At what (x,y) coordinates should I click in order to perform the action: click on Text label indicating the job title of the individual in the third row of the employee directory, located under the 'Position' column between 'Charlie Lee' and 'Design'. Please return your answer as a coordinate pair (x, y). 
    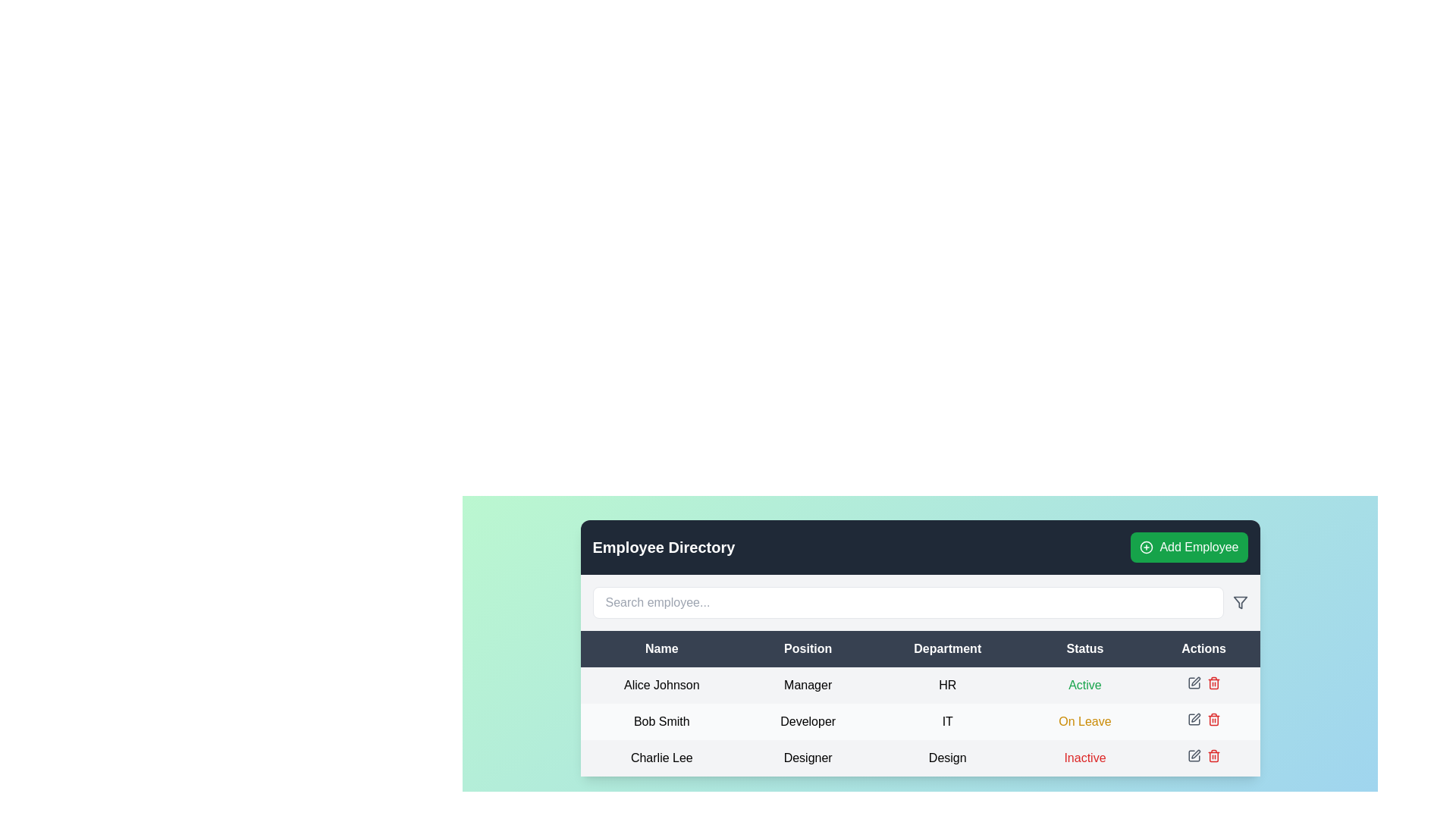
    Looking at the image, I should click on (807, 758).